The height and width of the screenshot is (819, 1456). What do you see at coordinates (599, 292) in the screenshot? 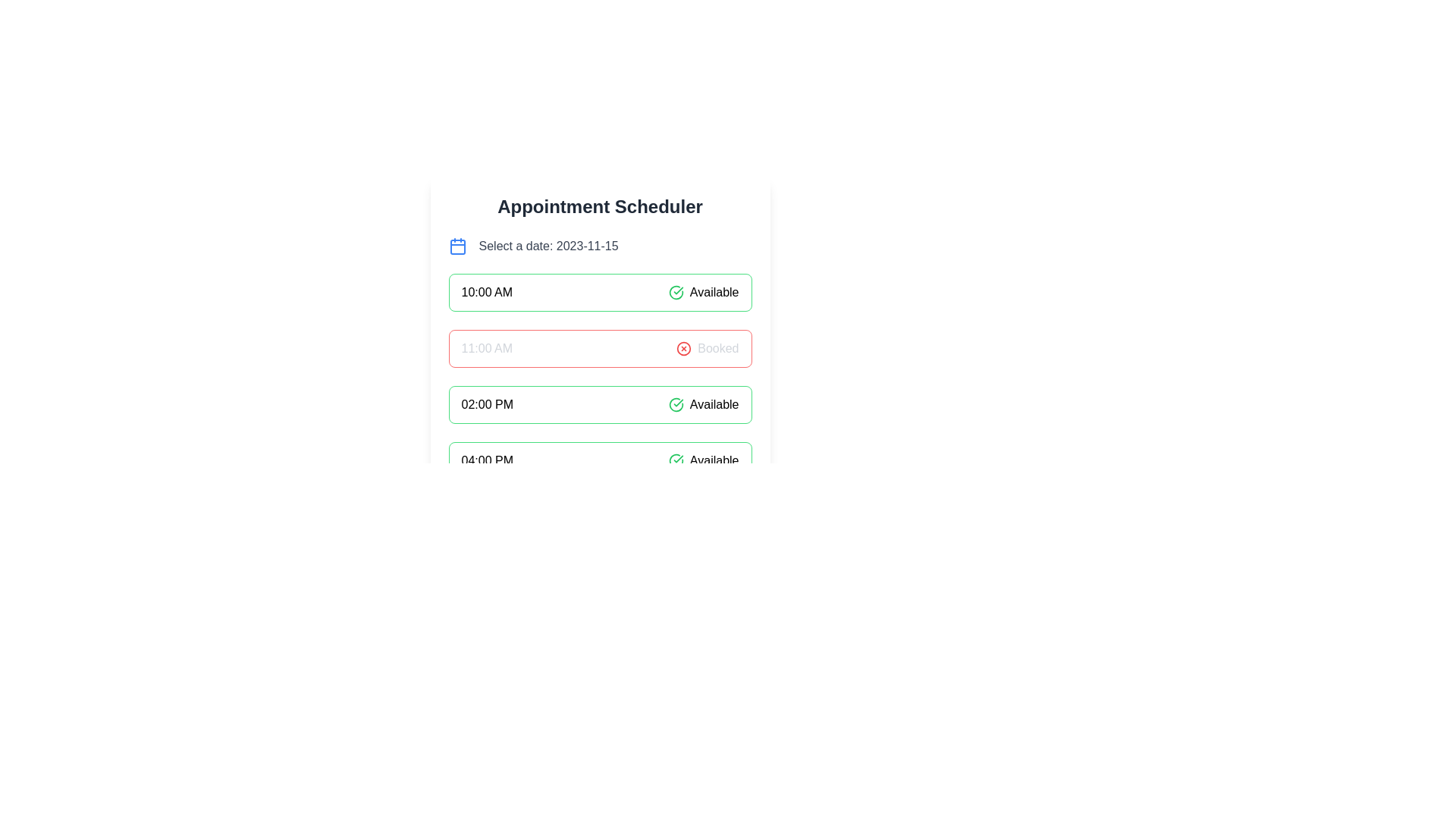
I see `the selectable time slot button at the top of the list in the appointment scheduler interface` at bounding box center [599, 292].